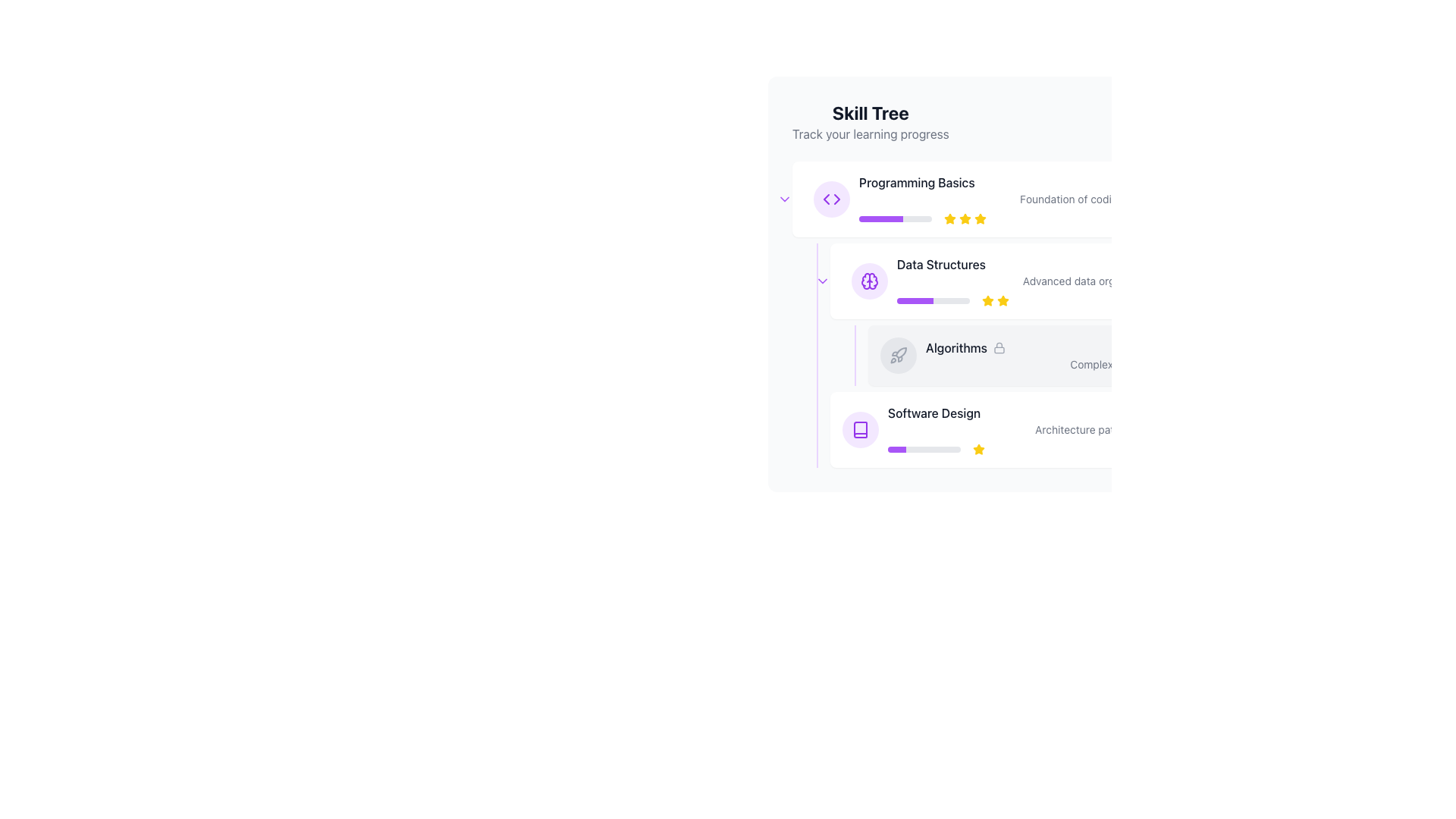 This screenshot has width=1456, height=819. Describe the element at coordinates (871, 112) in the screenshot. I see `the 'Skill Tree' text label, which is a bold and prominently displayed title at the top of the section` at that location.